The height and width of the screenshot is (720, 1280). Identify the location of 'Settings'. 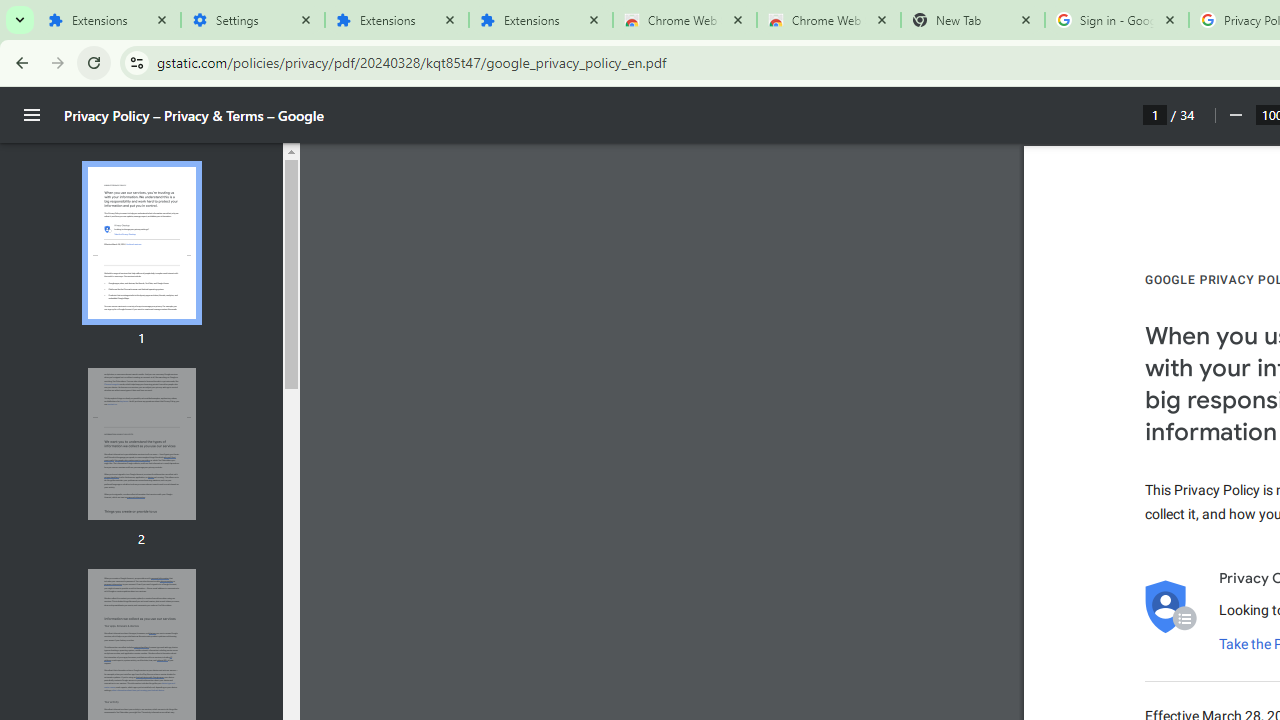
(251, 20).